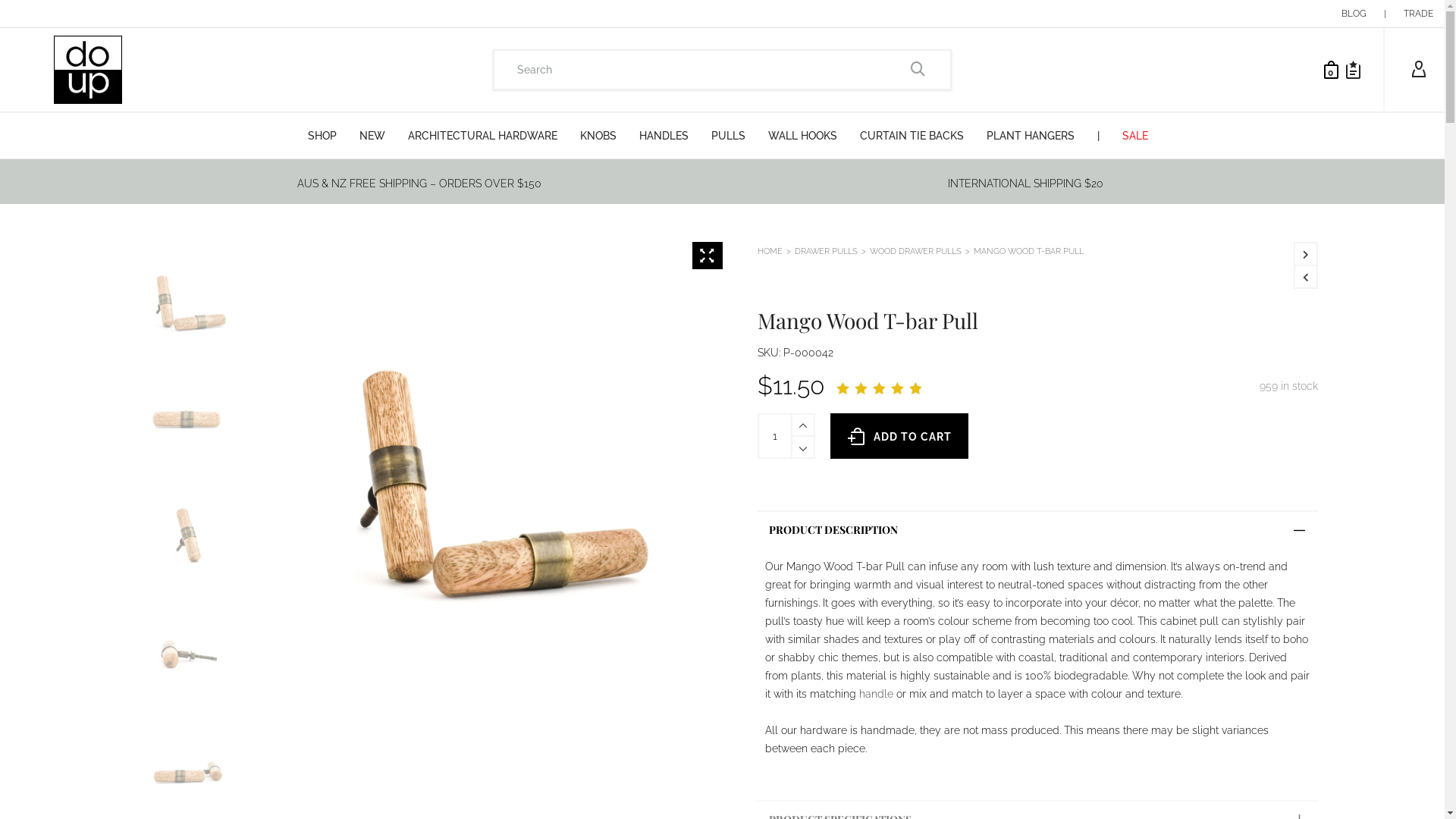 The image size is (1456, 819). I want to click on 'PULLS', so click(728, 134).